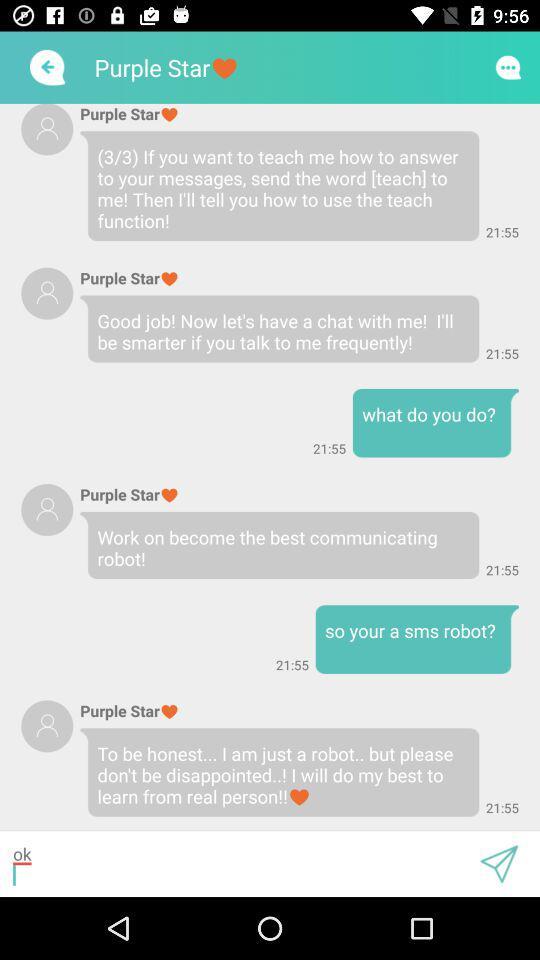 The height and width of the screenshot is (960, 540). I want to click on ok, so click(239, 863).